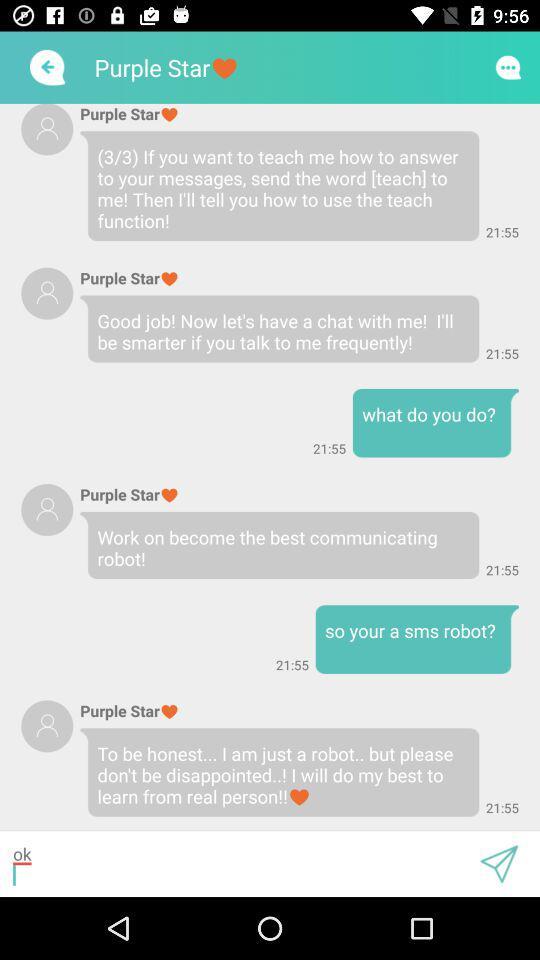 The height and width of the screenshot is (960, 540). I want to click on ok, so click(239, 863).